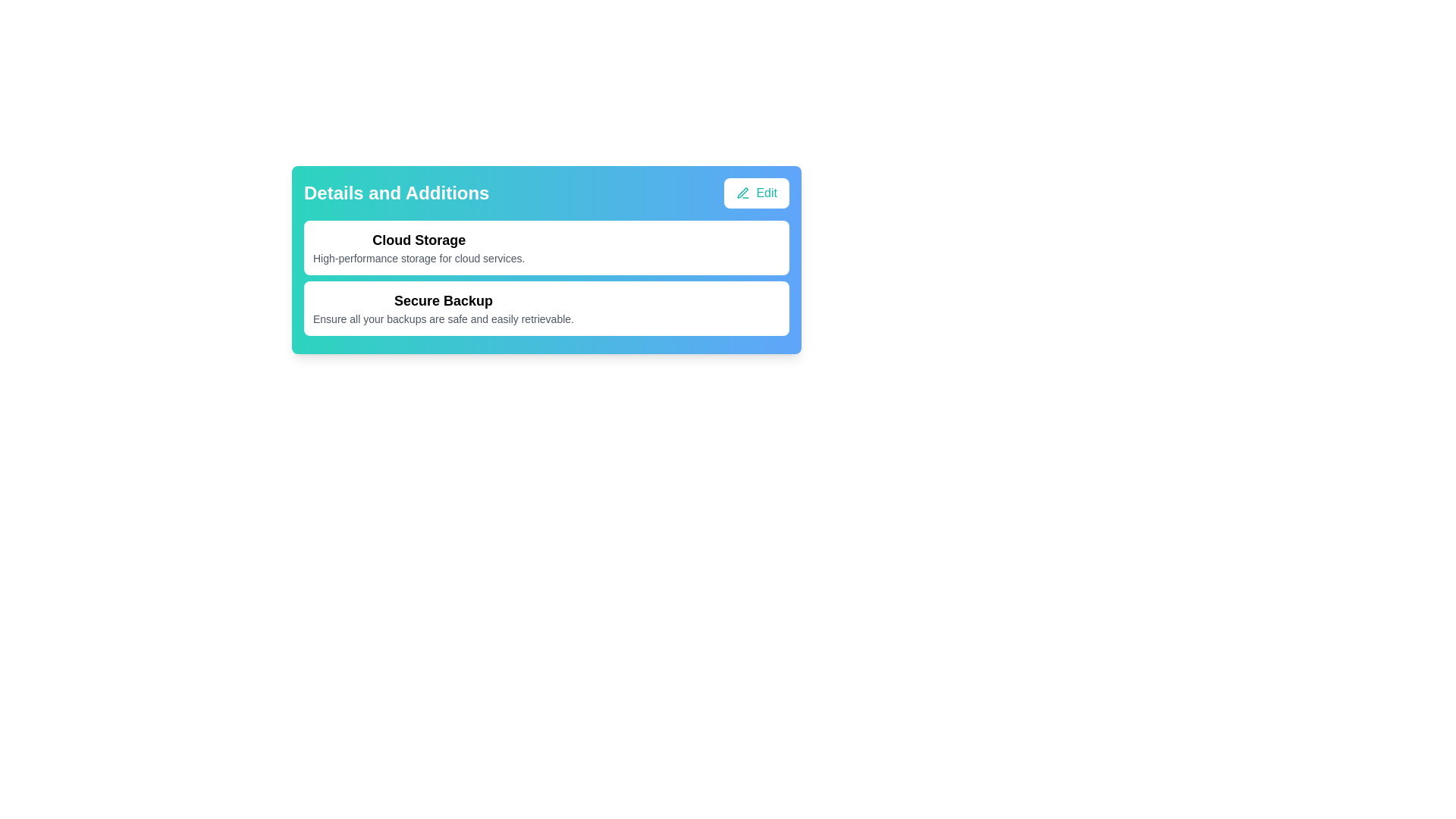 The image size is (1456, 819). I want to click on the 'Edit' text label, which is styled in teal and located, so click(767, 192).